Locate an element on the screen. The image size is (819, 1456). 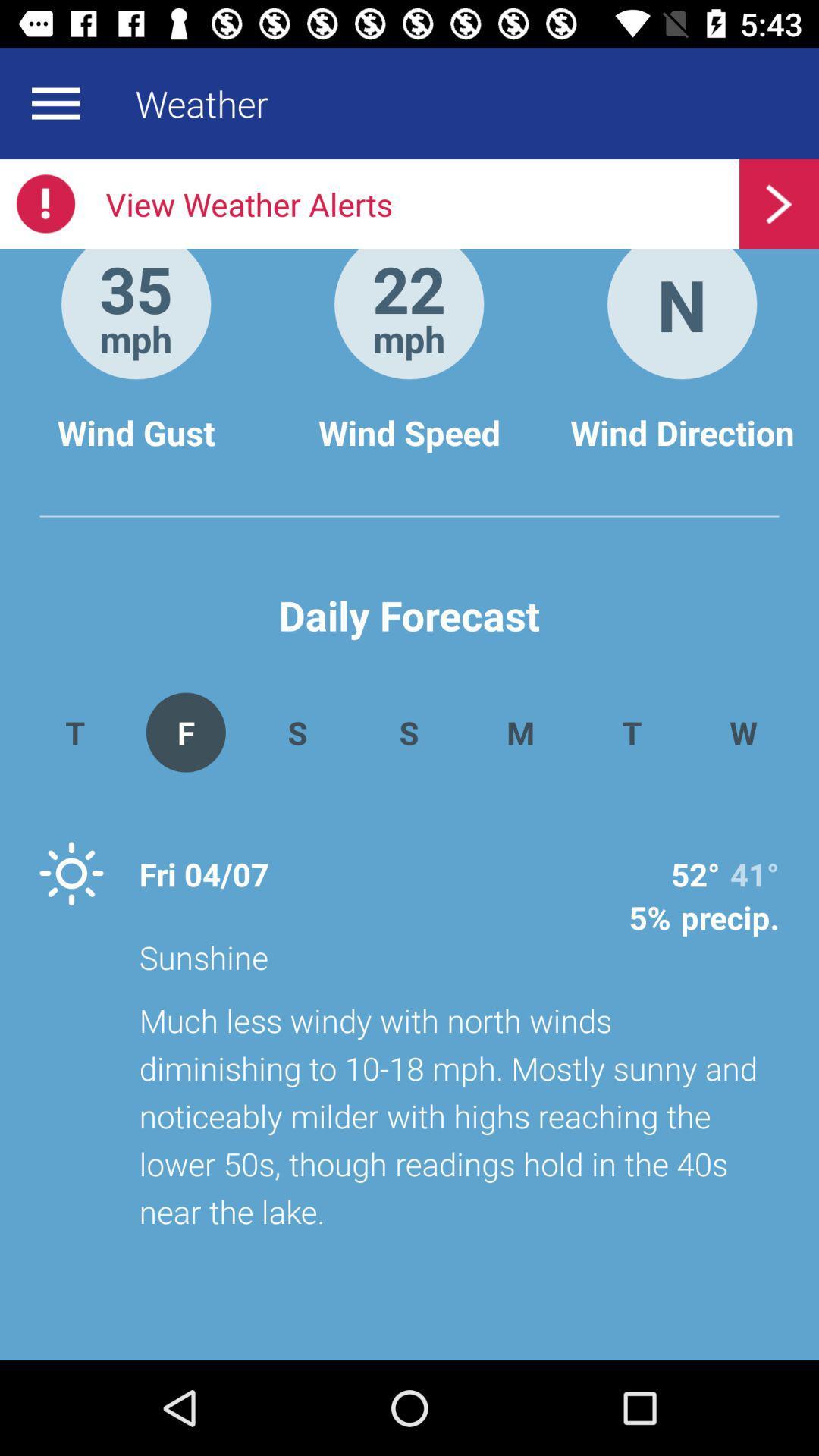
the item above 35 app is located at coordinates (409, 203).